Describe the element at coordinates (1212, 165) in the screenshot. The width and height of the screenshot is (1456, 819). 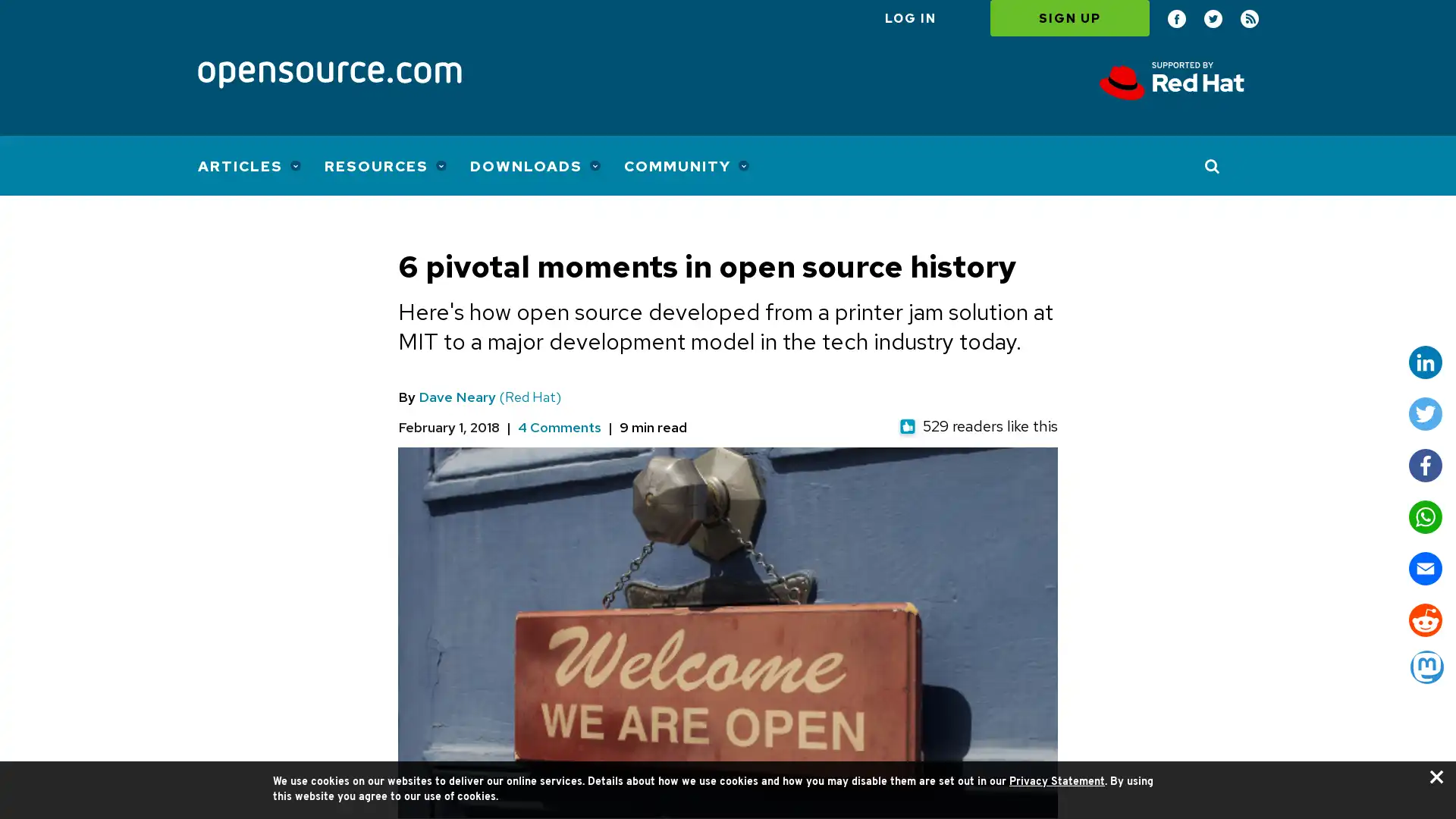
I see `Toggle Search` at that location.